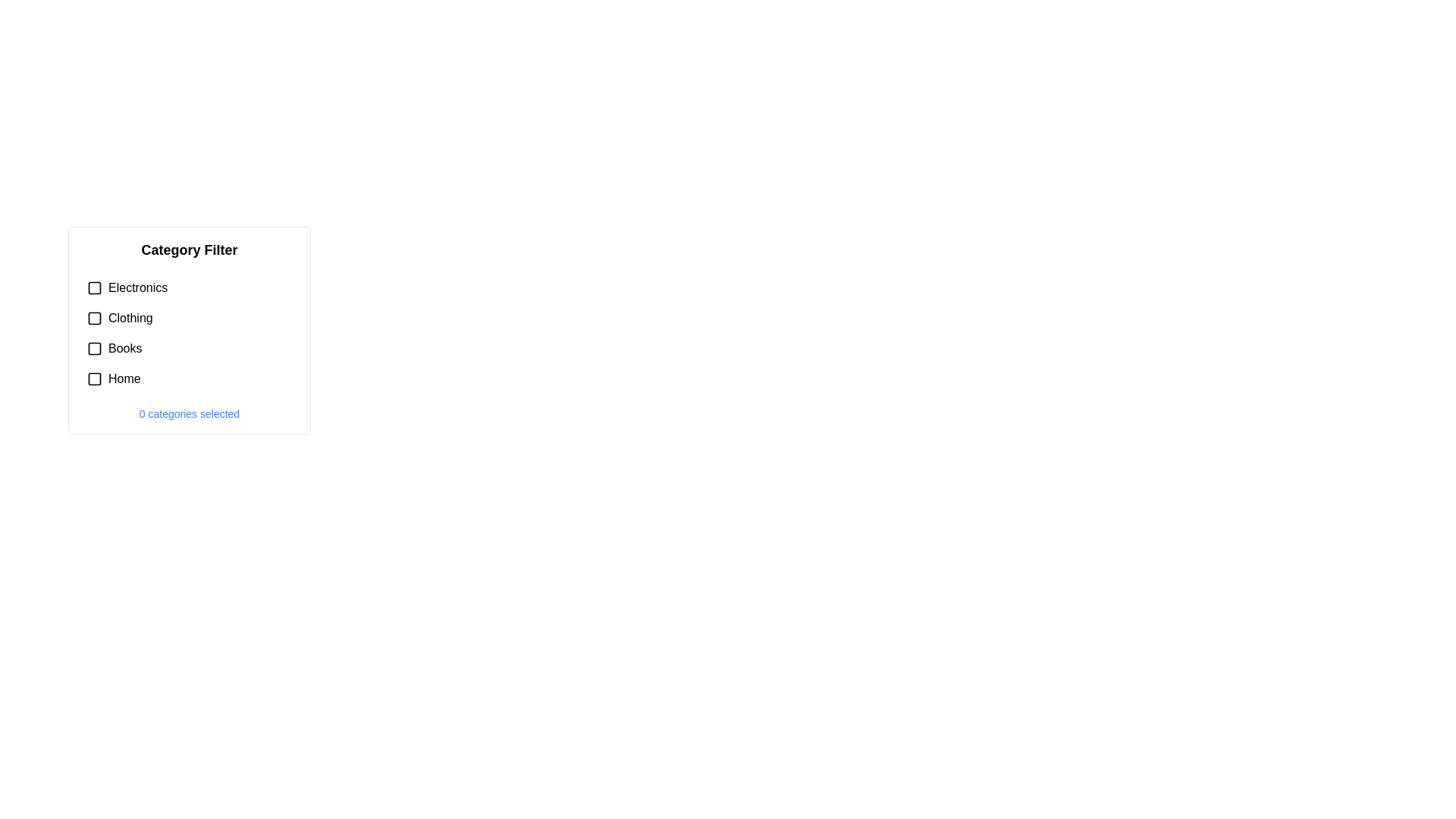  I want to click on the Text label that displays the number of currently selected categories in the category filter interface, located below the four listed categories (Electronics, Clothing, Books, Home), so click(188, 414).